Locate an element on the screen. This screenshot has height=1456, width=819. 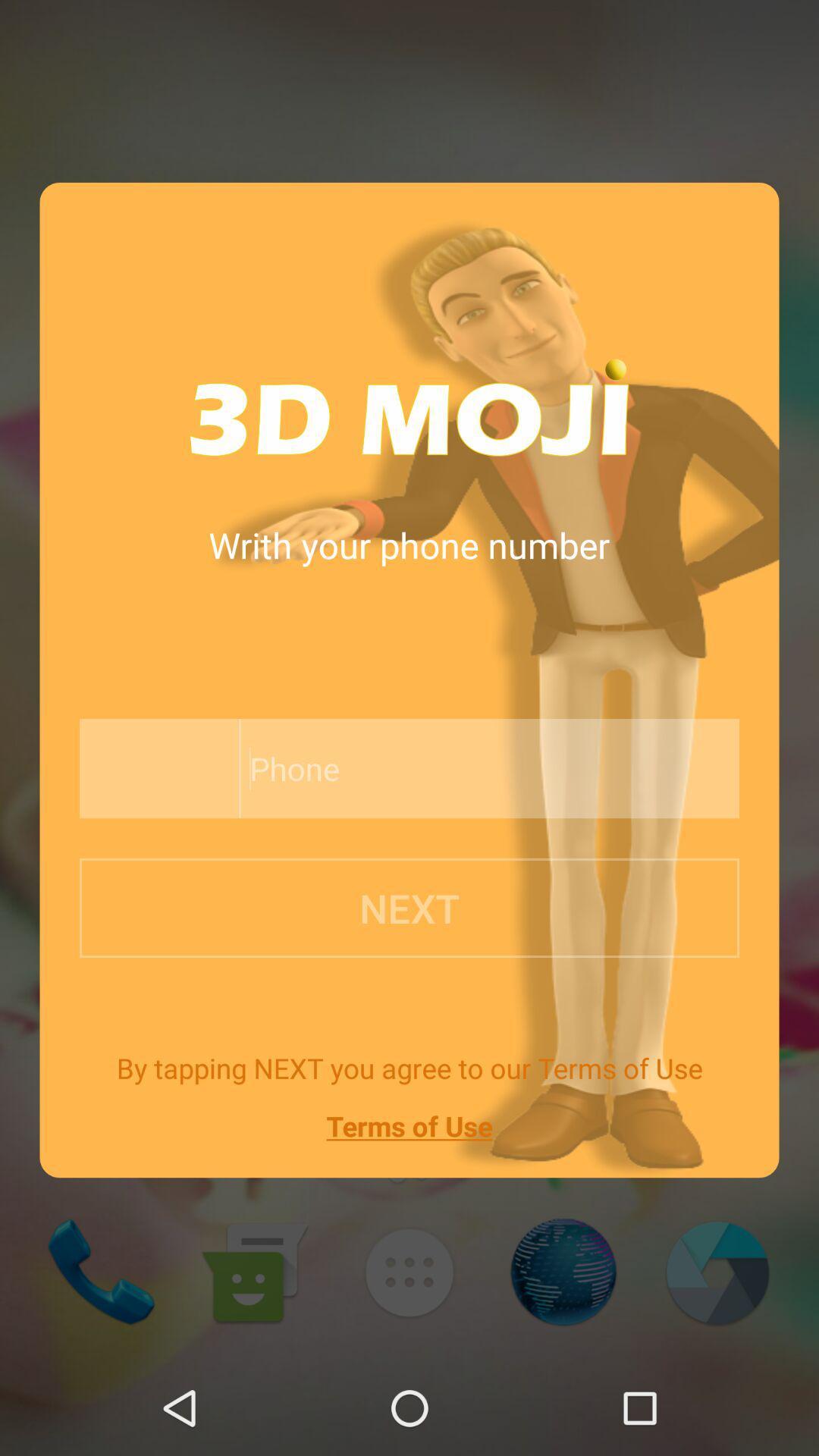
area code is located at coordinates (155, 768).